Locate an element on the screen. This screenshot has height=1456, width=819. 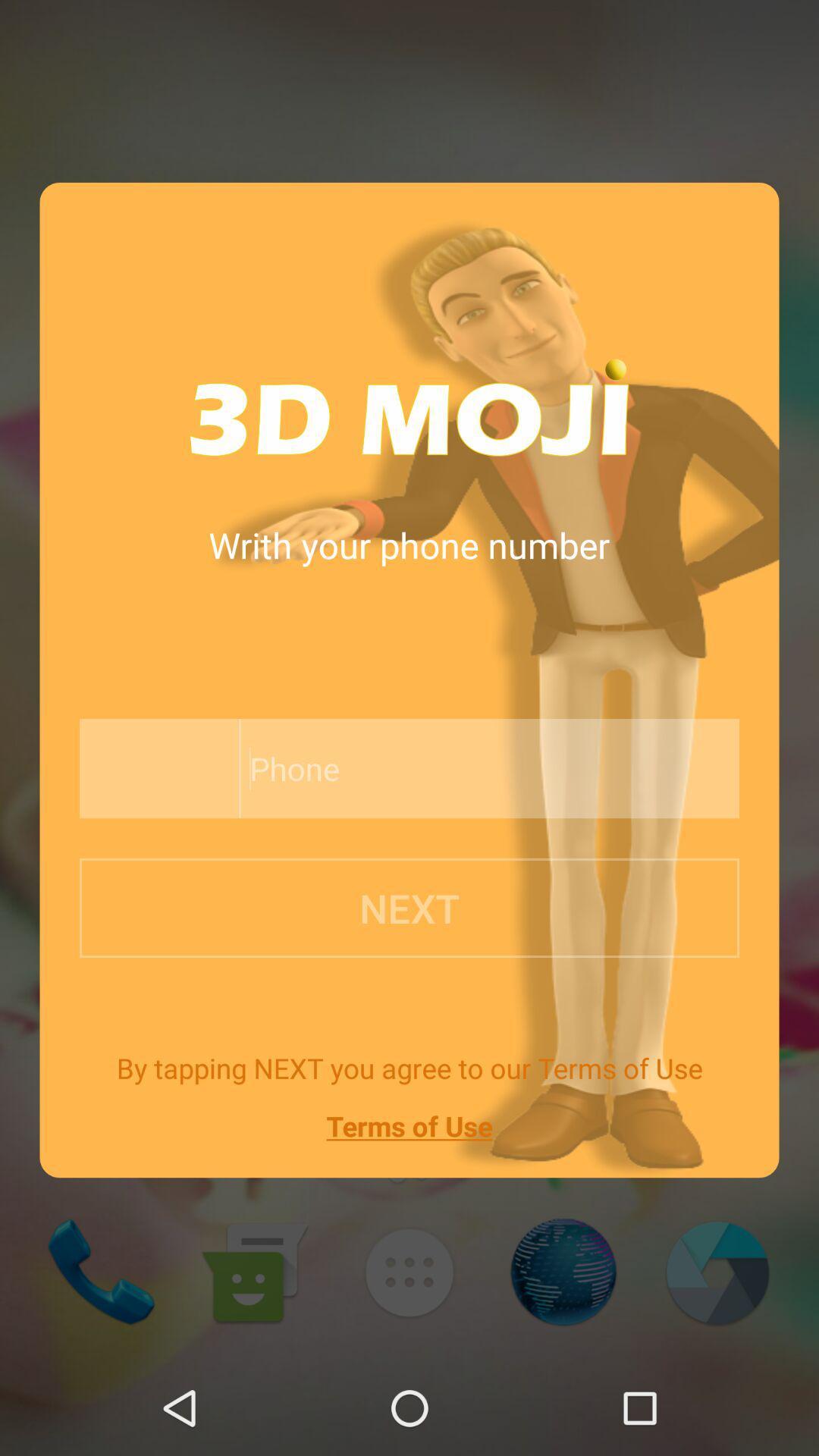
area code is located at coordinates (155, 768).